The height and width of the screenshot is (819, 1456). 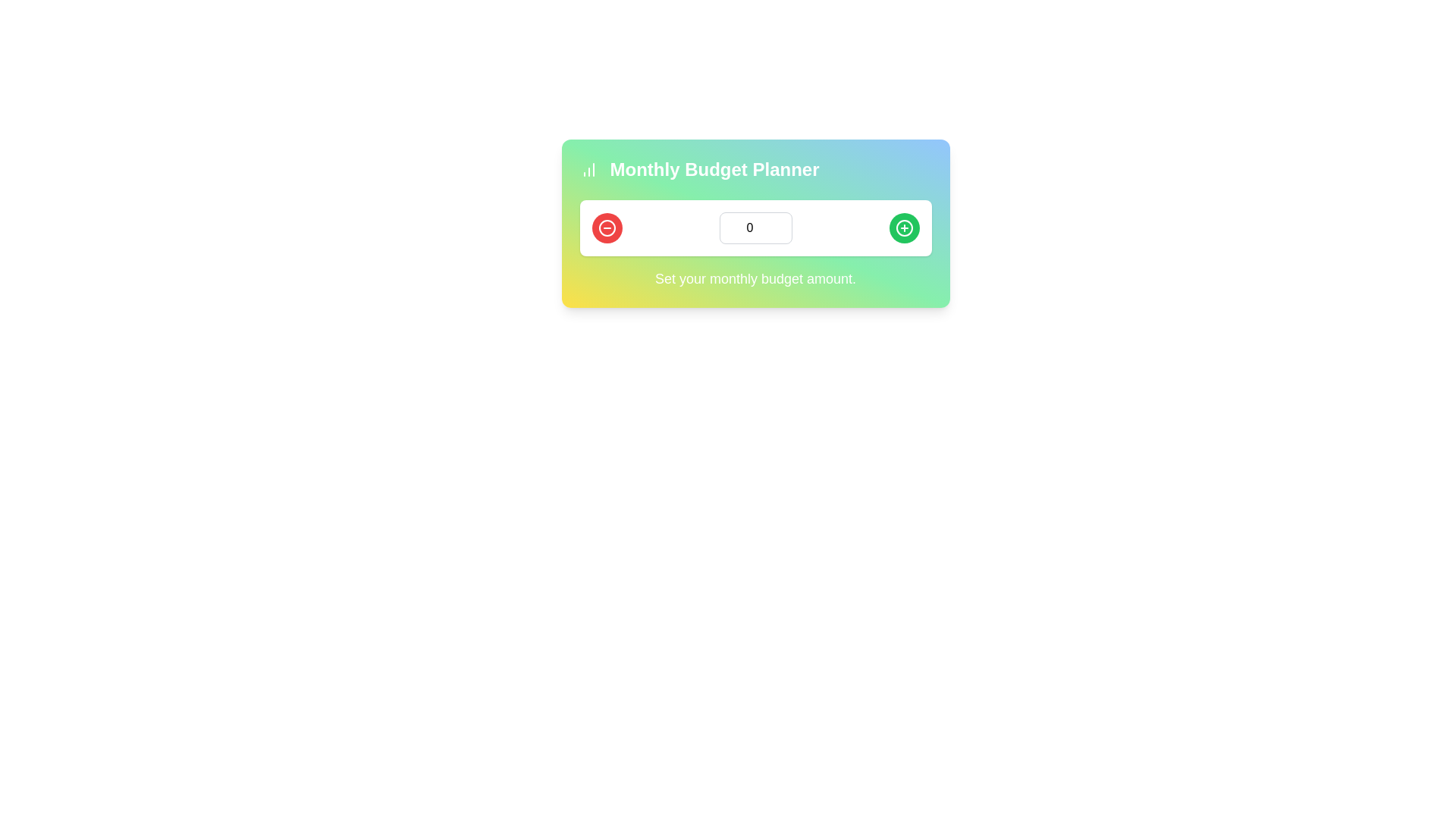 I want to click on the design of the main circular element of the circle-plus icon located on the right side of the central area of the 'Monthly Budget Planner' interface, so click(x=904, y=227).